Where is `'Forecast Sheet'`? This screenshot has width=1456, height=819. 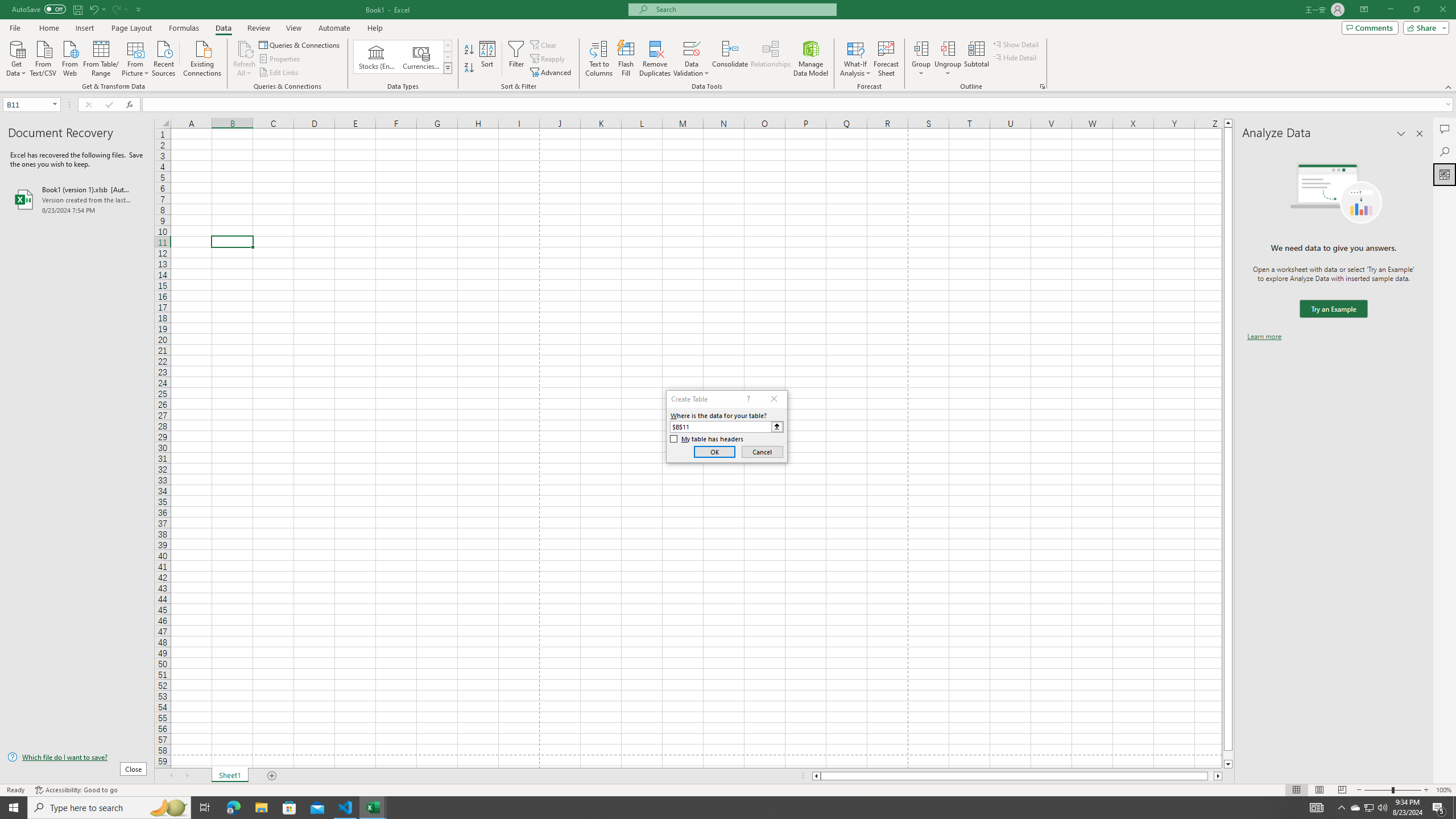
'Forecast Sheet' is located at coordinates (886, 59).